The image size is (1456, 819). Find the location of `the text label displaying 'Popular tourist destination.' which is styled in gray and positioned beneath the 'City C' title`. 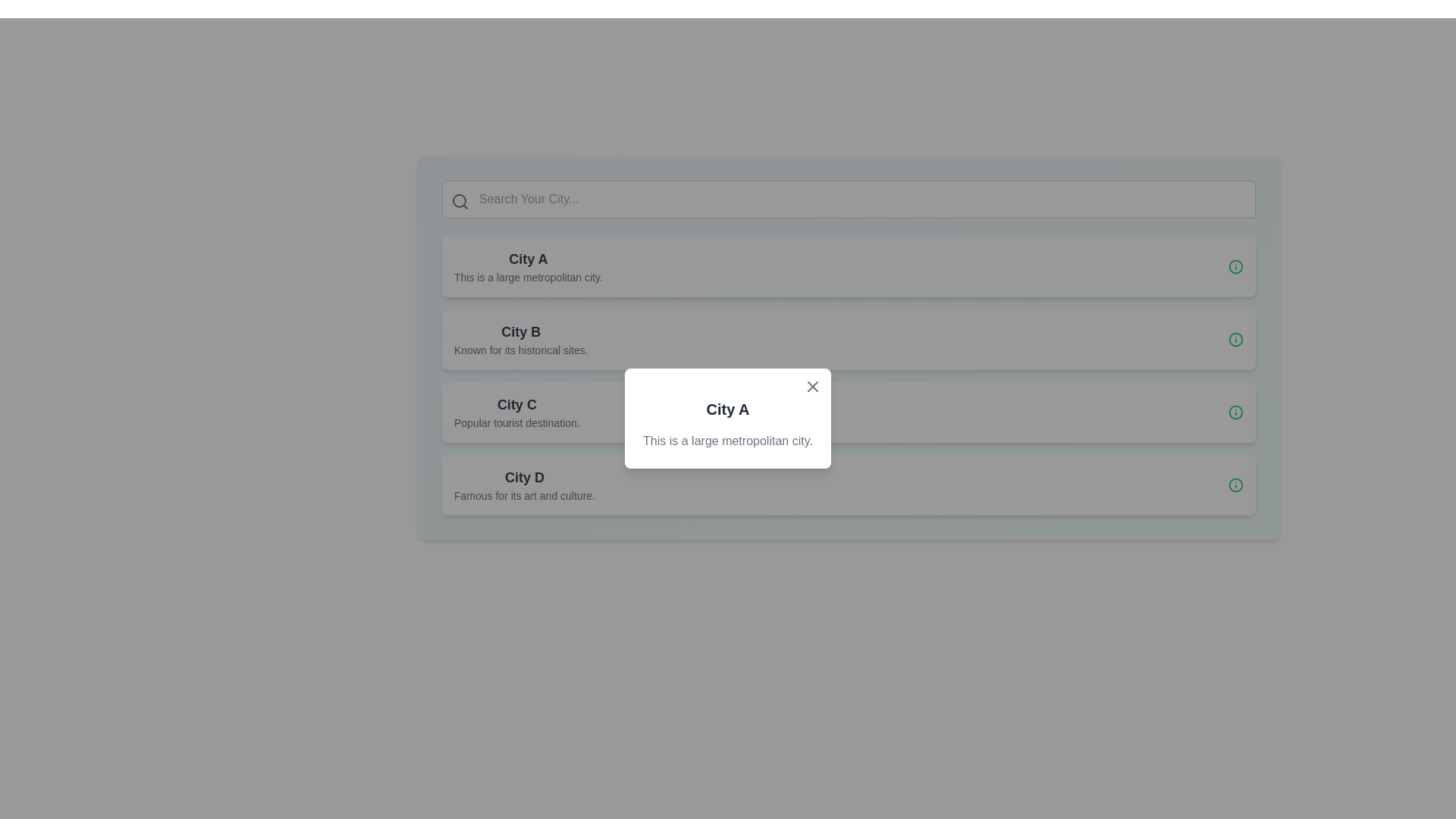

the text label displaying 'Popular tourist destination.' which is styled in gray and positioned beneath the 'City C' title is located at coordinates (516, 423).